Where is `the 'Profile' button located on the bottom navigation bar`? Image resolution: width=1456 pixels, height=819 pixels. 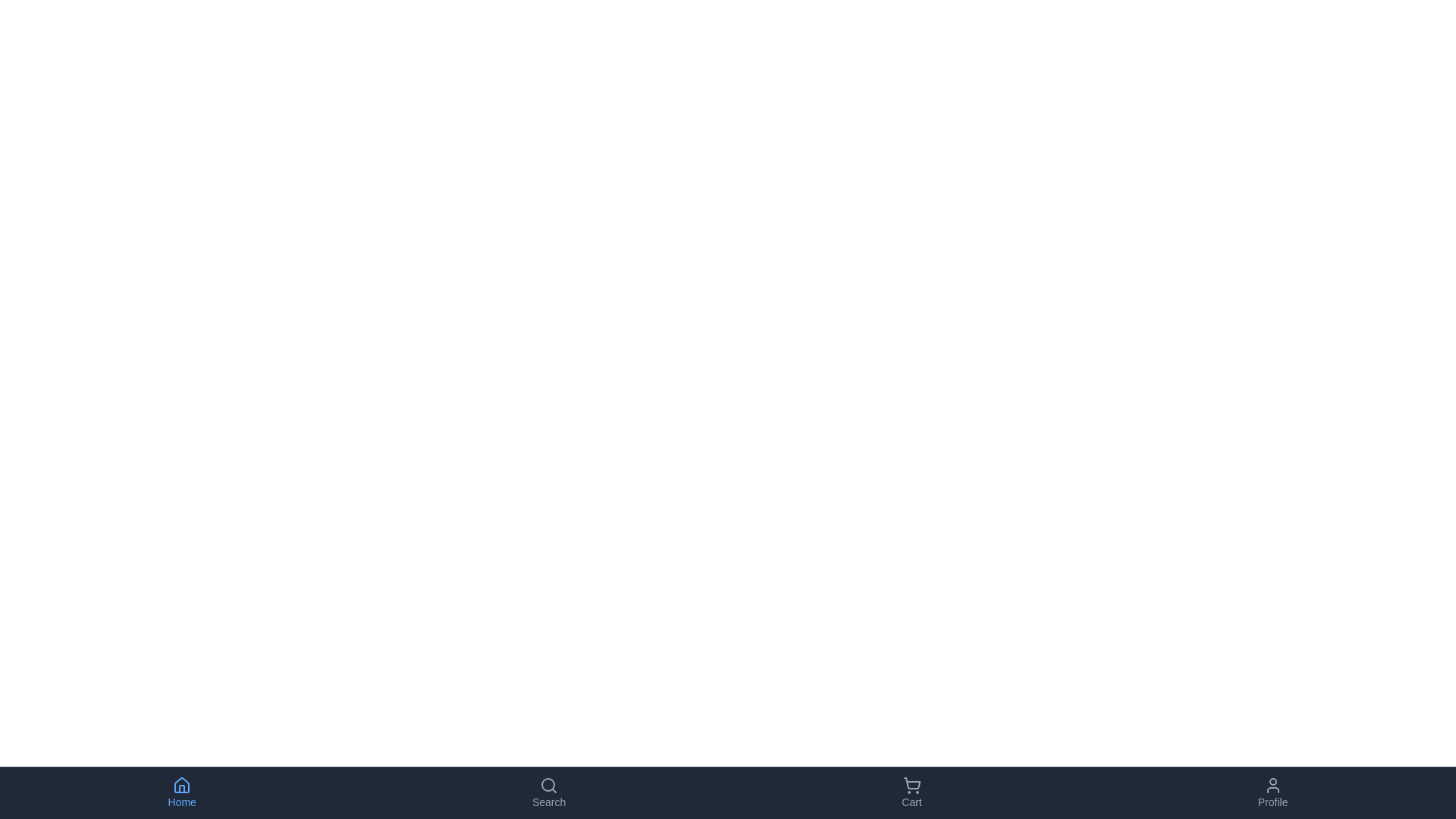 the 'Profile' button located on the bottom navigation bar is located at coordinates (1272, 792).